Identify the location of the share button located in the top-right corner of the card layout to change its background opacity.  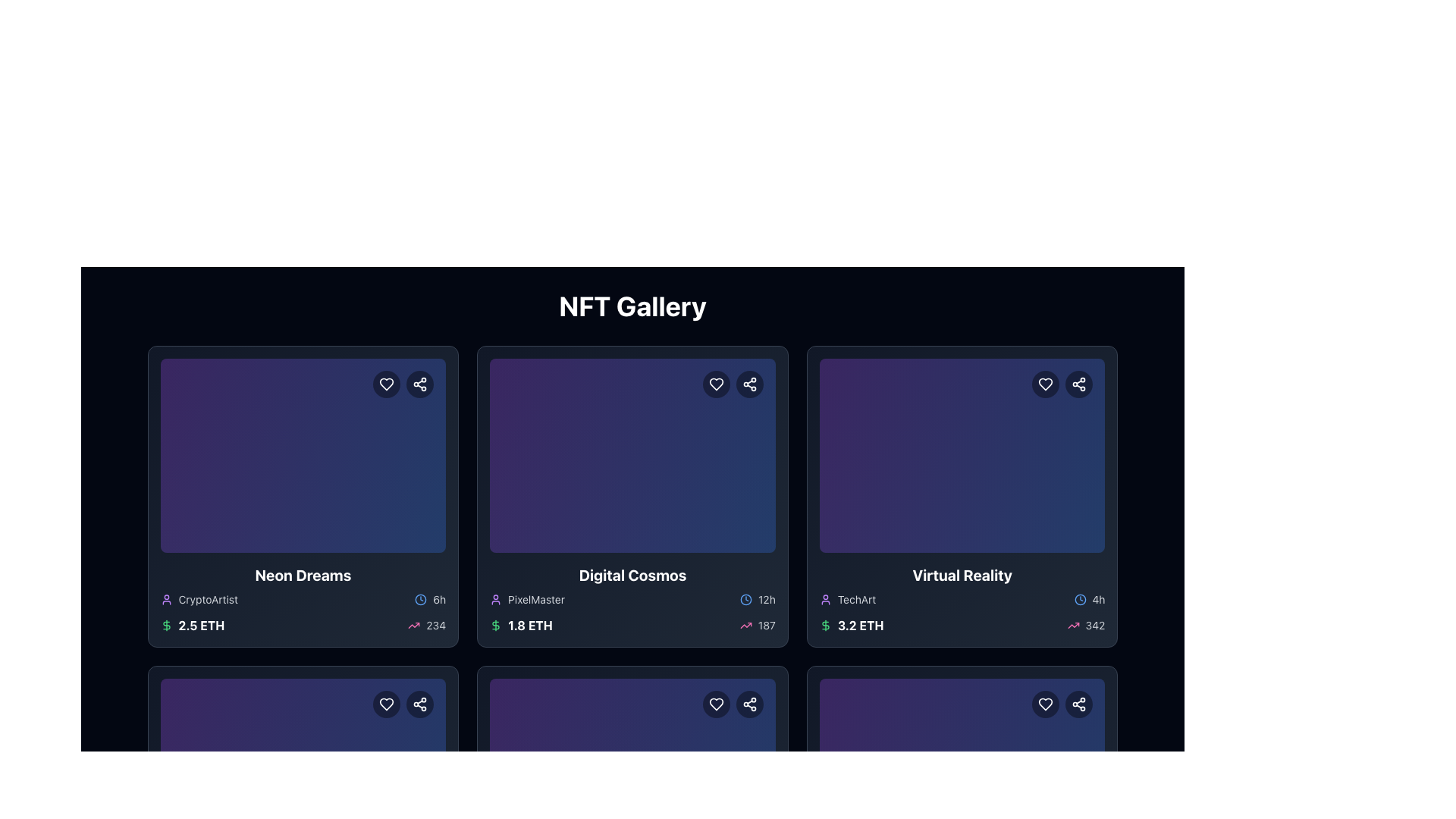
(420, 704).